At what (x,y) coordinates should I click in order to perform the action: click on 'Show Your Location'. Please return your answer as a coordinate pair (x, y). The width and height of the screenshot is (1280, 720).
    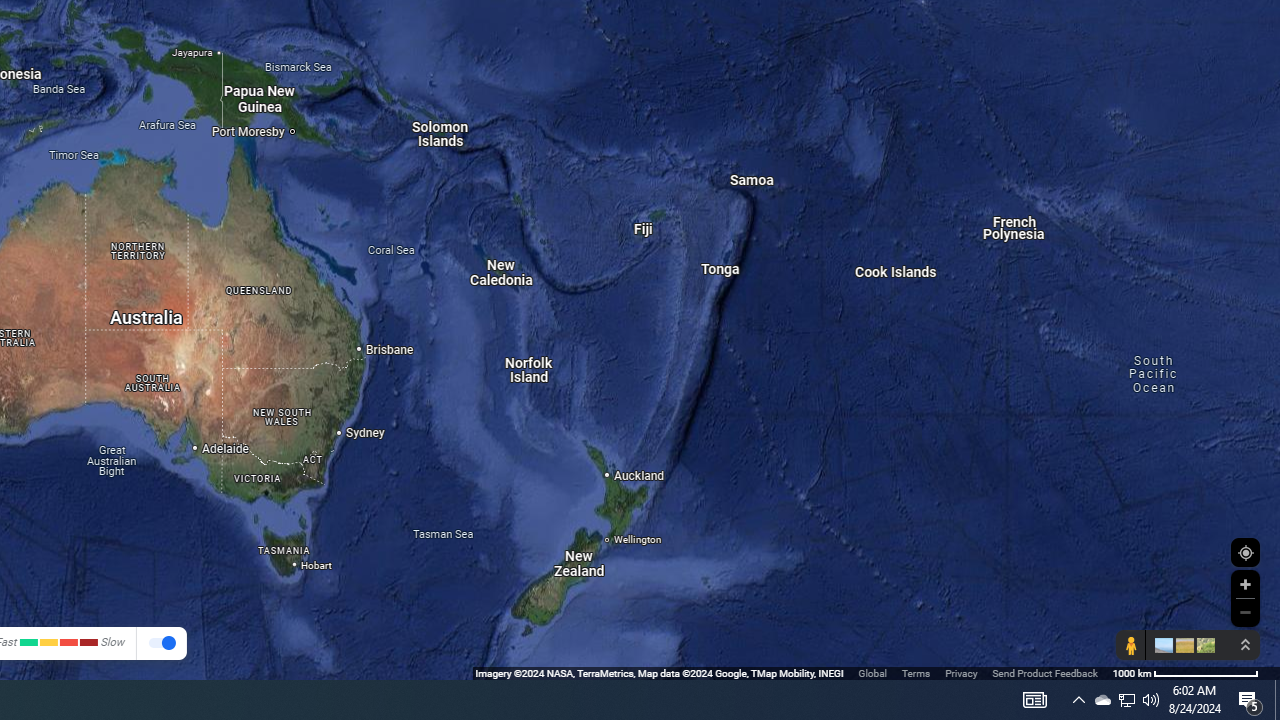
    Looking at the image, I should click on (1244, 552).